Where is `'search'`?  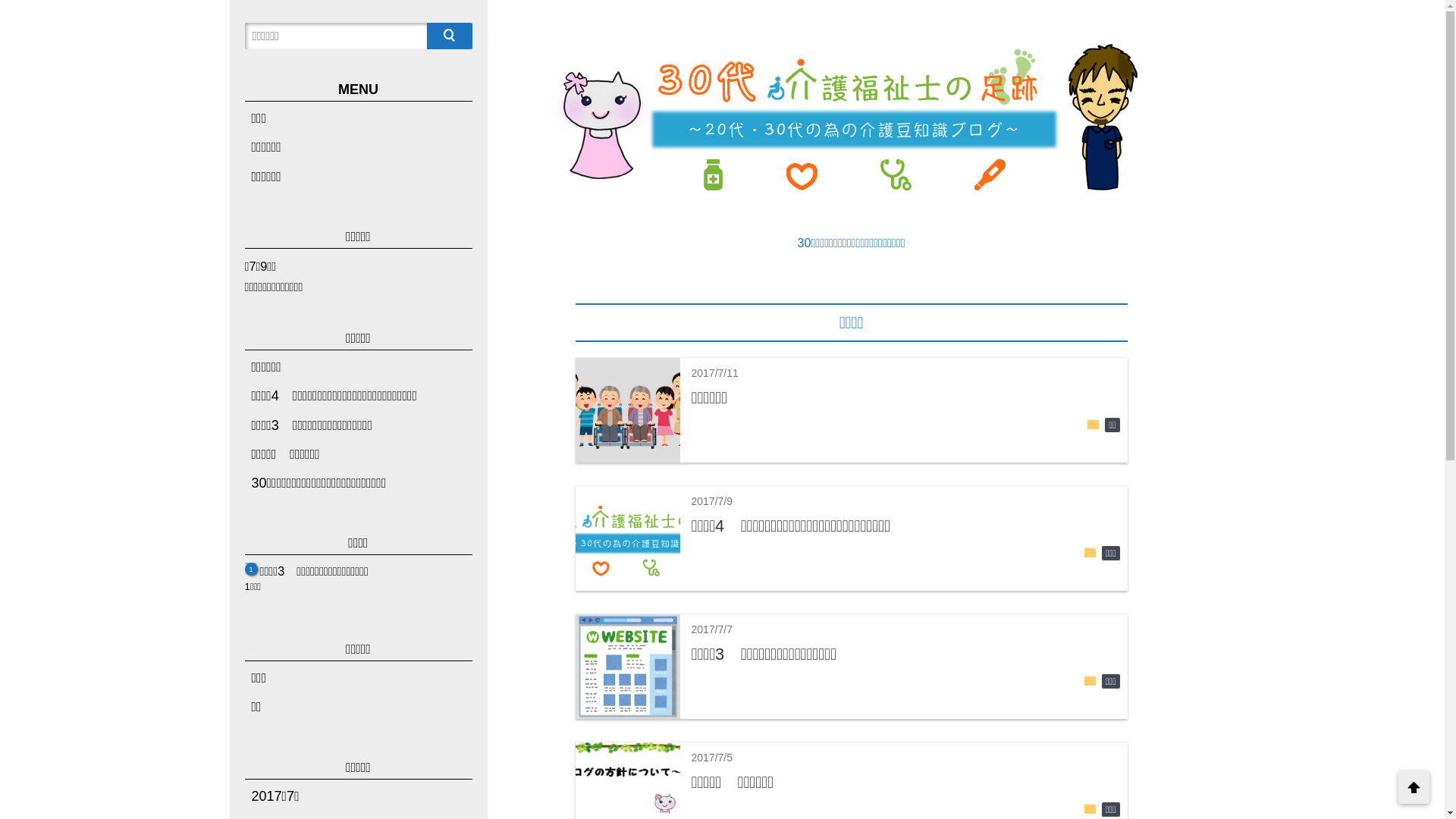 'search' is located at coordinates (447, 35).